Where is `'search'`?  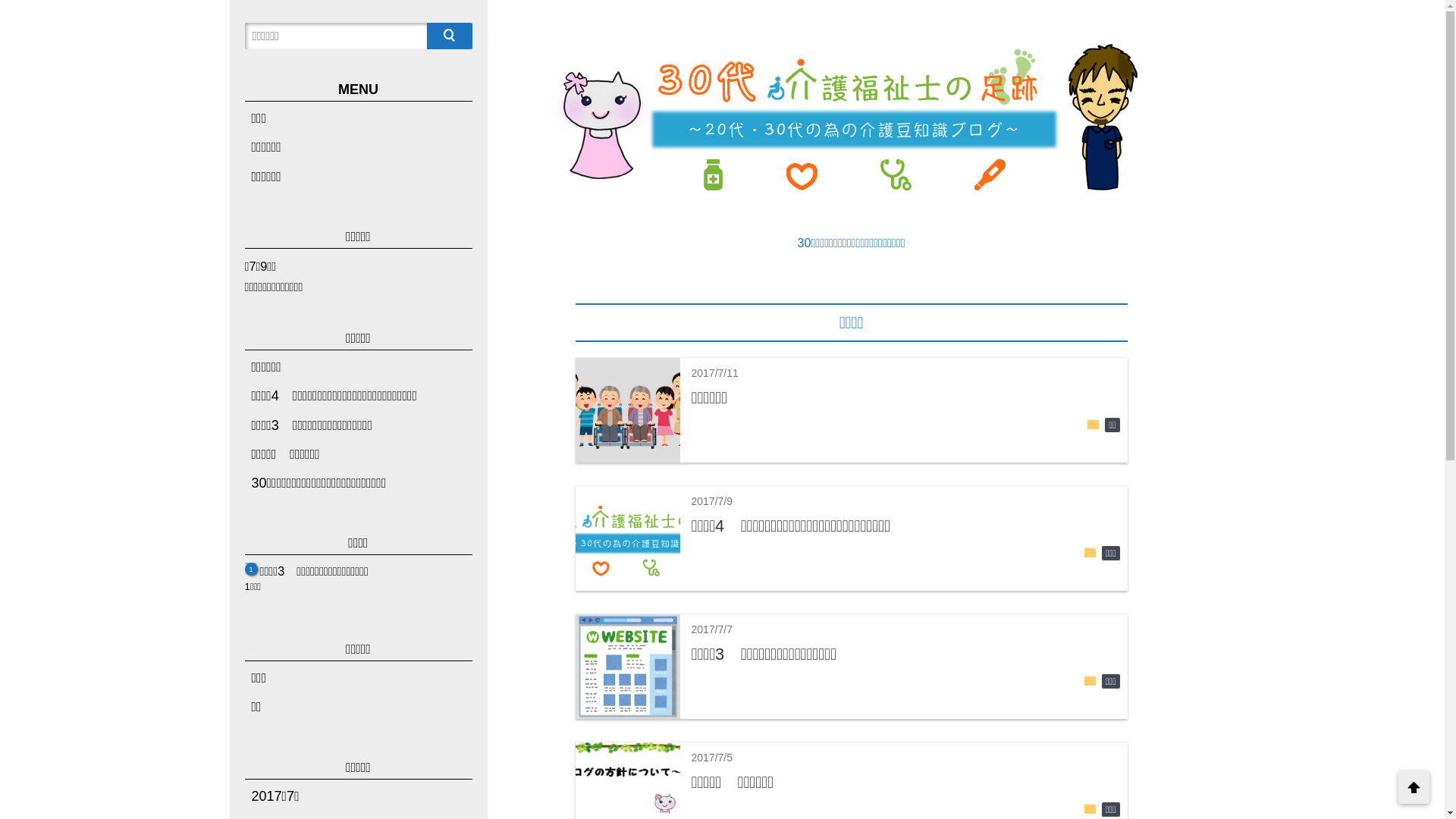 'search' is located at coordinates (447, 35).